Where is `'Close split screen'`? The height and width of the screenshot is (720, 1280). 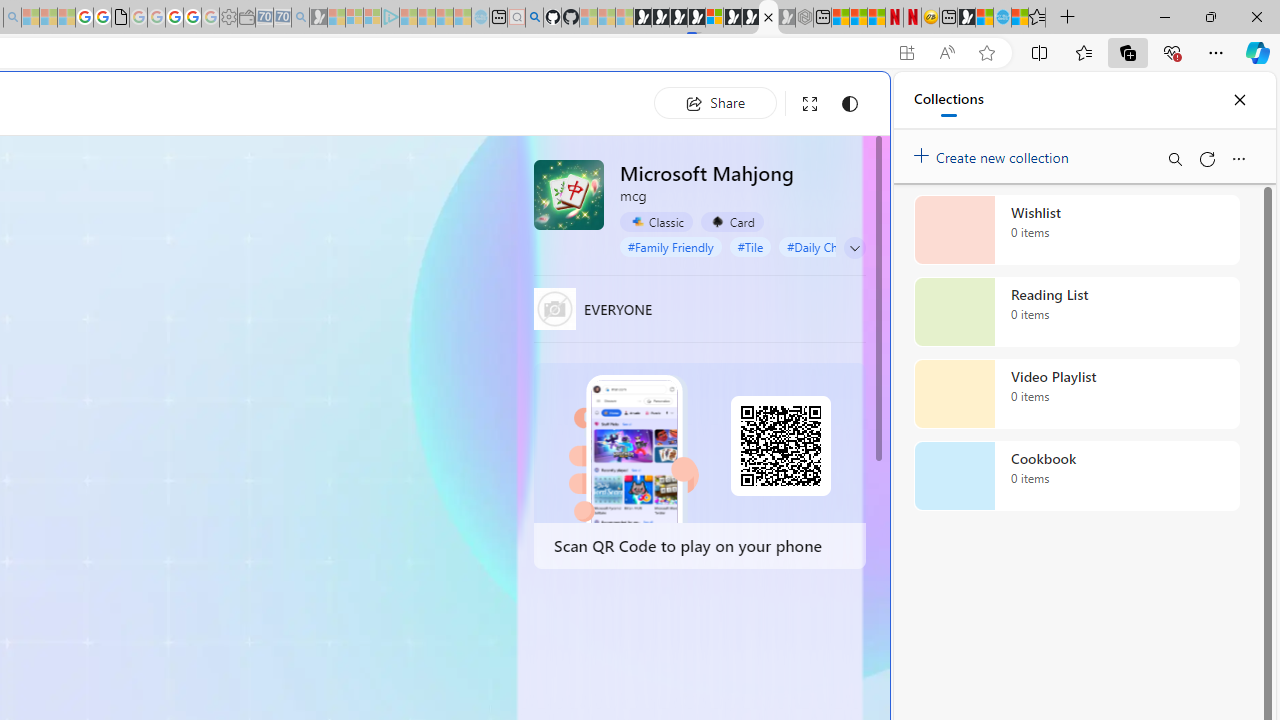
'Close split screen' is located at coordinates (844, 102).